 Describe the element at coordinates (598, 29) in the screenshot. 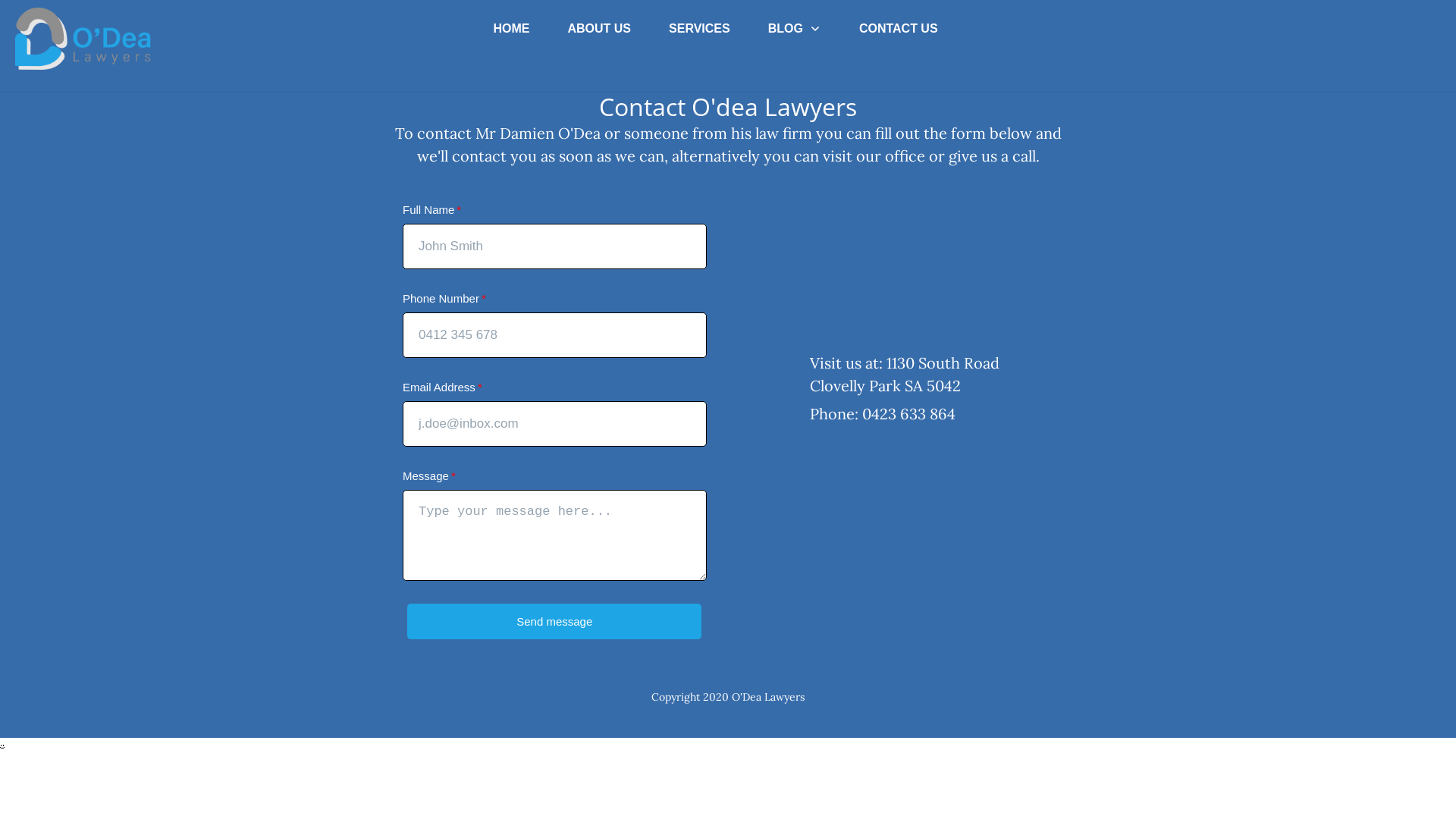

I see `'ABOUT US'` at that location.